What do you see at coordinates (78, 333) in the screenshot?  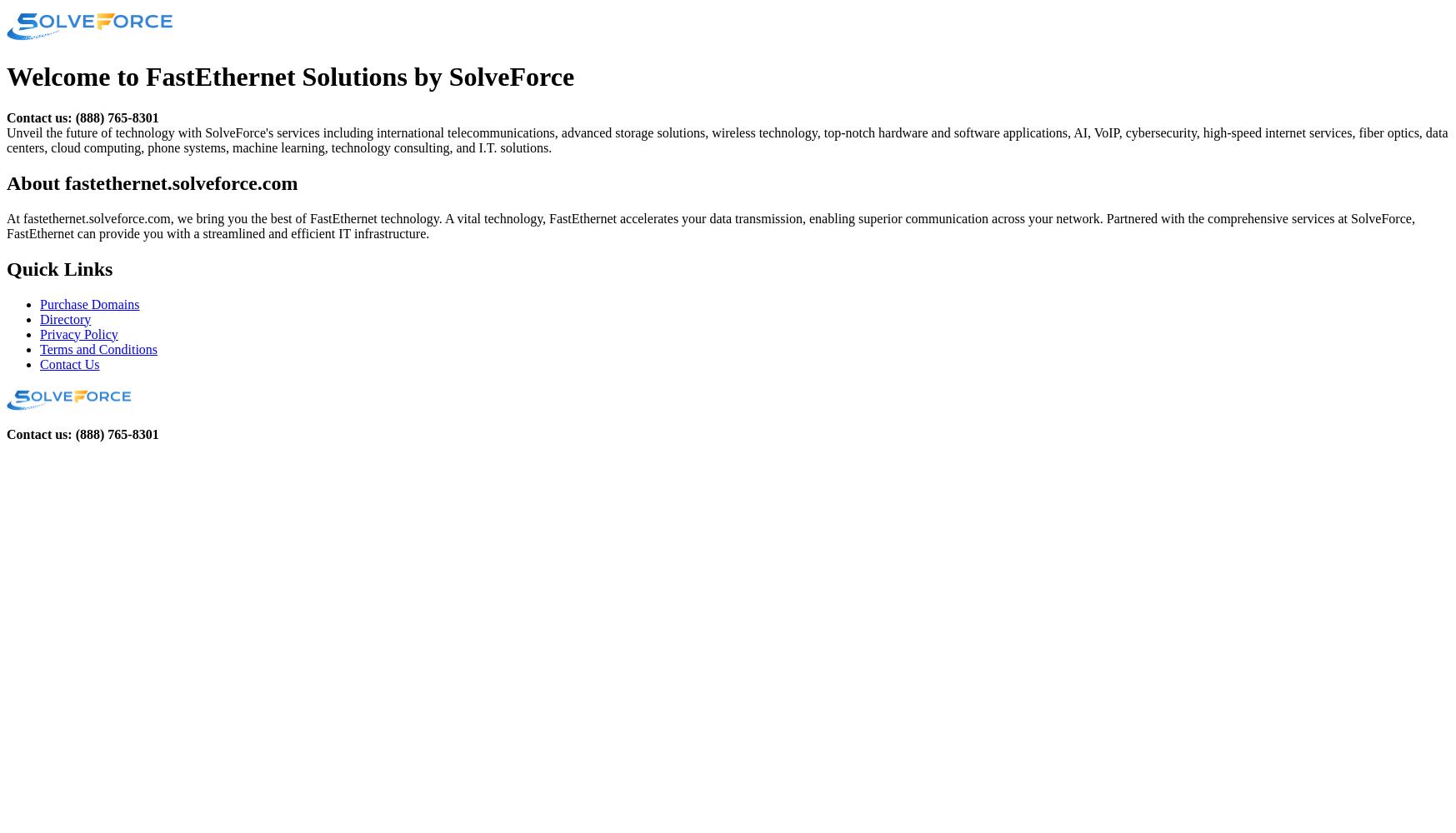 I see `'Privacy Policy'` at bounding box center [78, 333].